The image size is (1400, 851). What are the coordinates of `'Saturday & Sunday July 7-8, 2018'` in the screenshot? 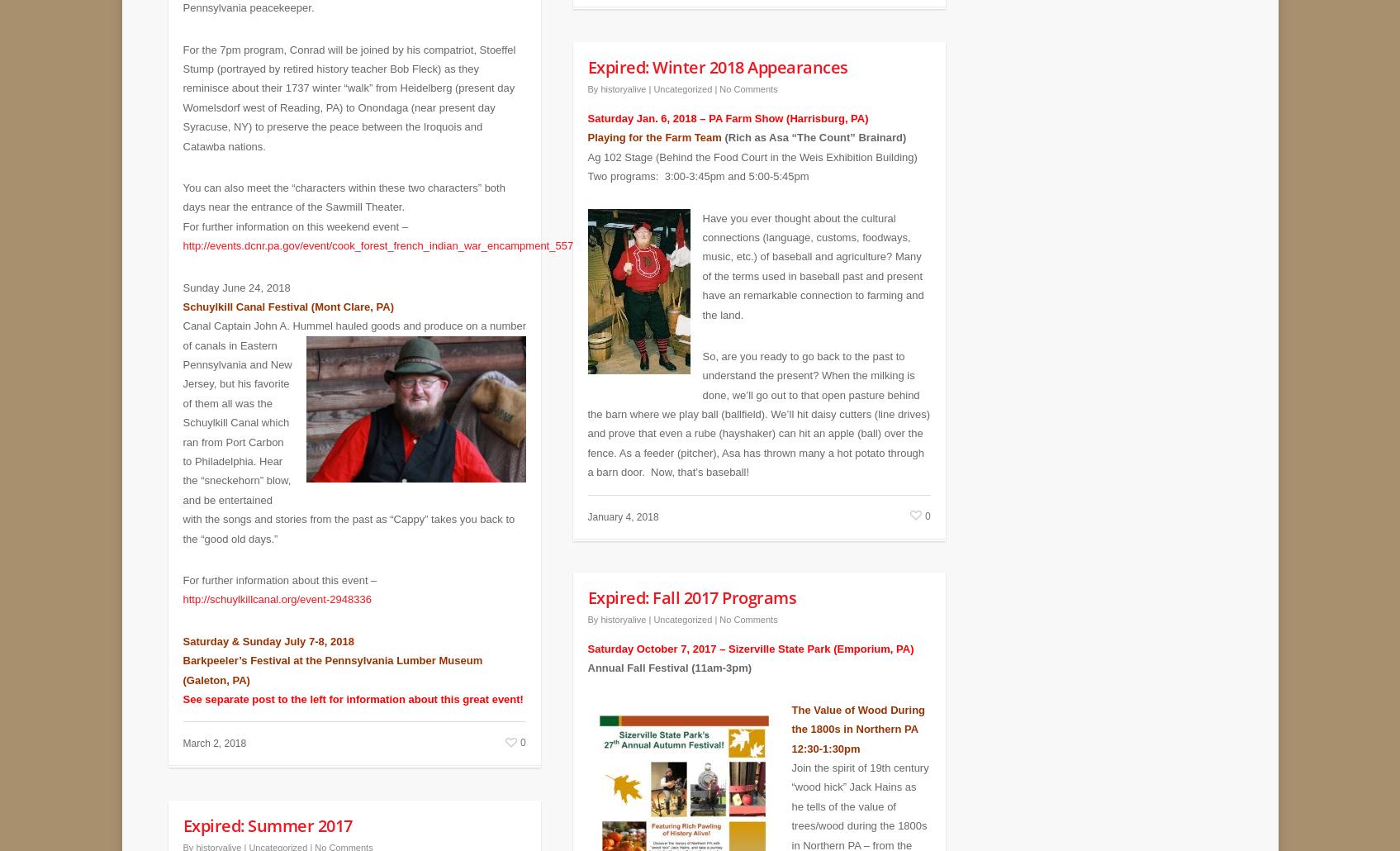 It's located at (182, 629).